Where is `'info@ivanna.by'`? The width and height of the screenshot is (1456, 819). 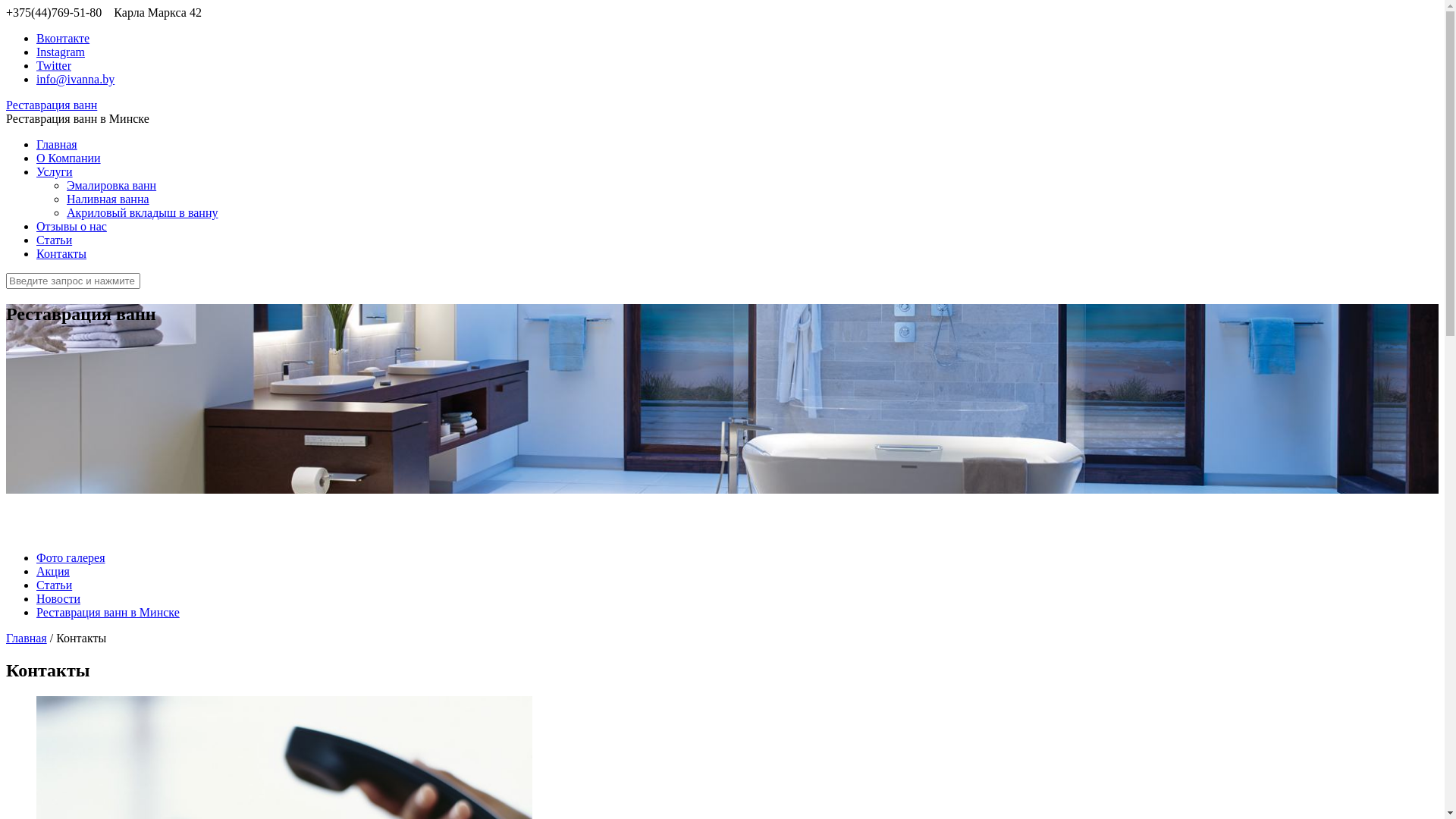 'info@ivanna.by' is located at coordinates (74, 79).